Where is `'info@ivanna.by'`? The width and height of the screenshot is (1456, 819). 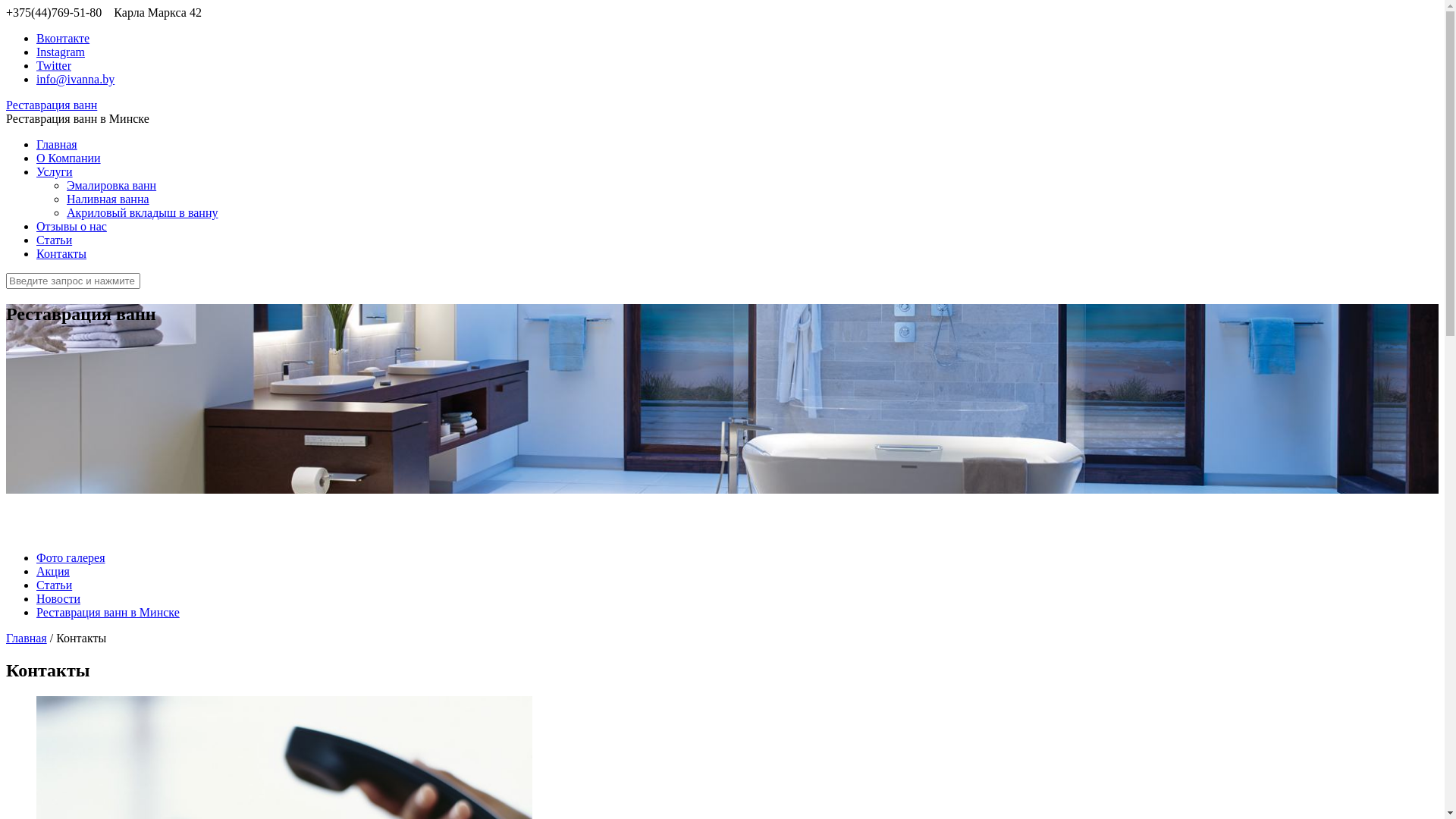 'info@ivanna.by' is located at coordinates (74, 79).